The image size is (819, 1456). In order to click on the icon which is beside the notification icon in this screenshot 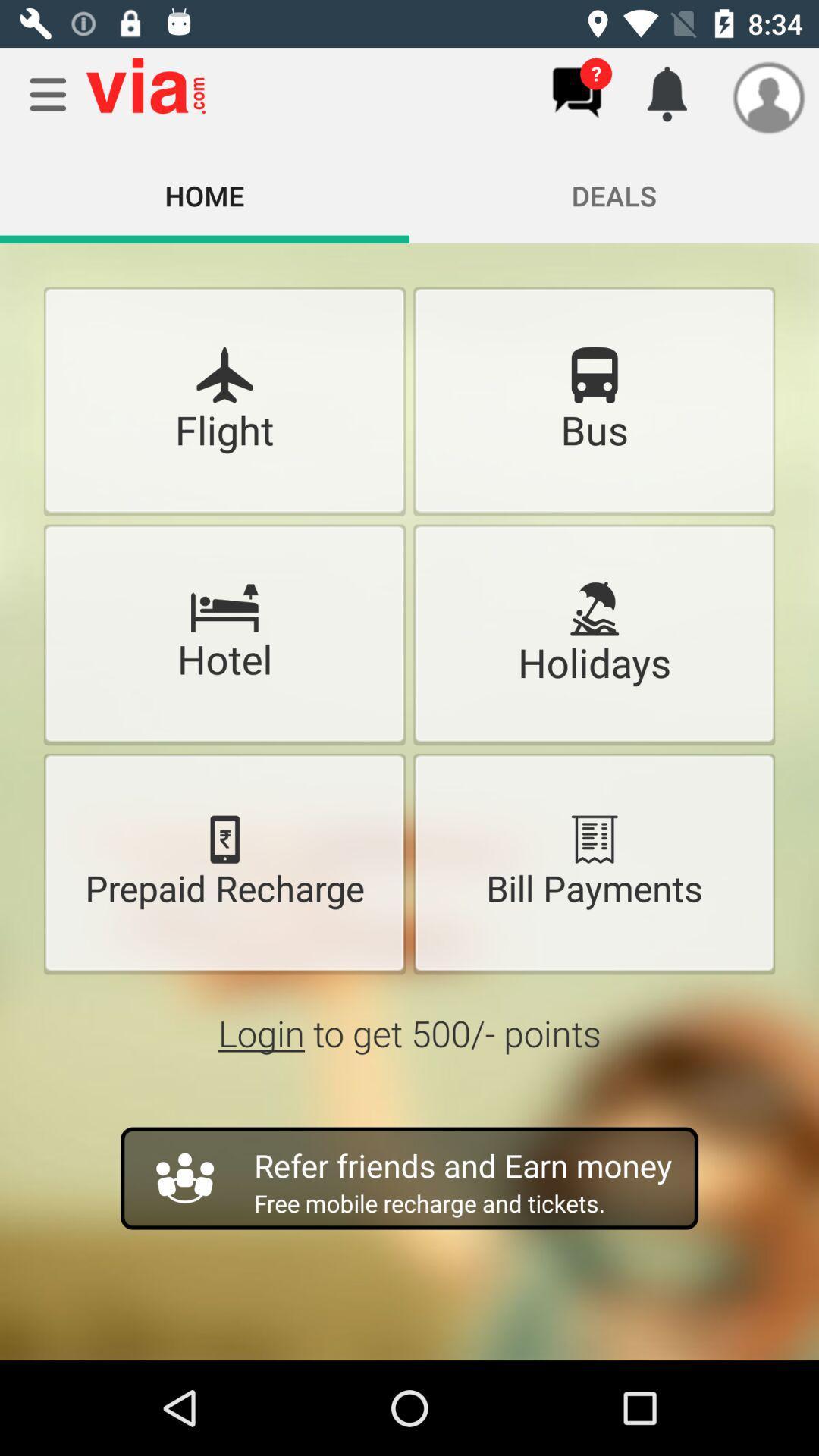, I will do `click(766, 97)`.